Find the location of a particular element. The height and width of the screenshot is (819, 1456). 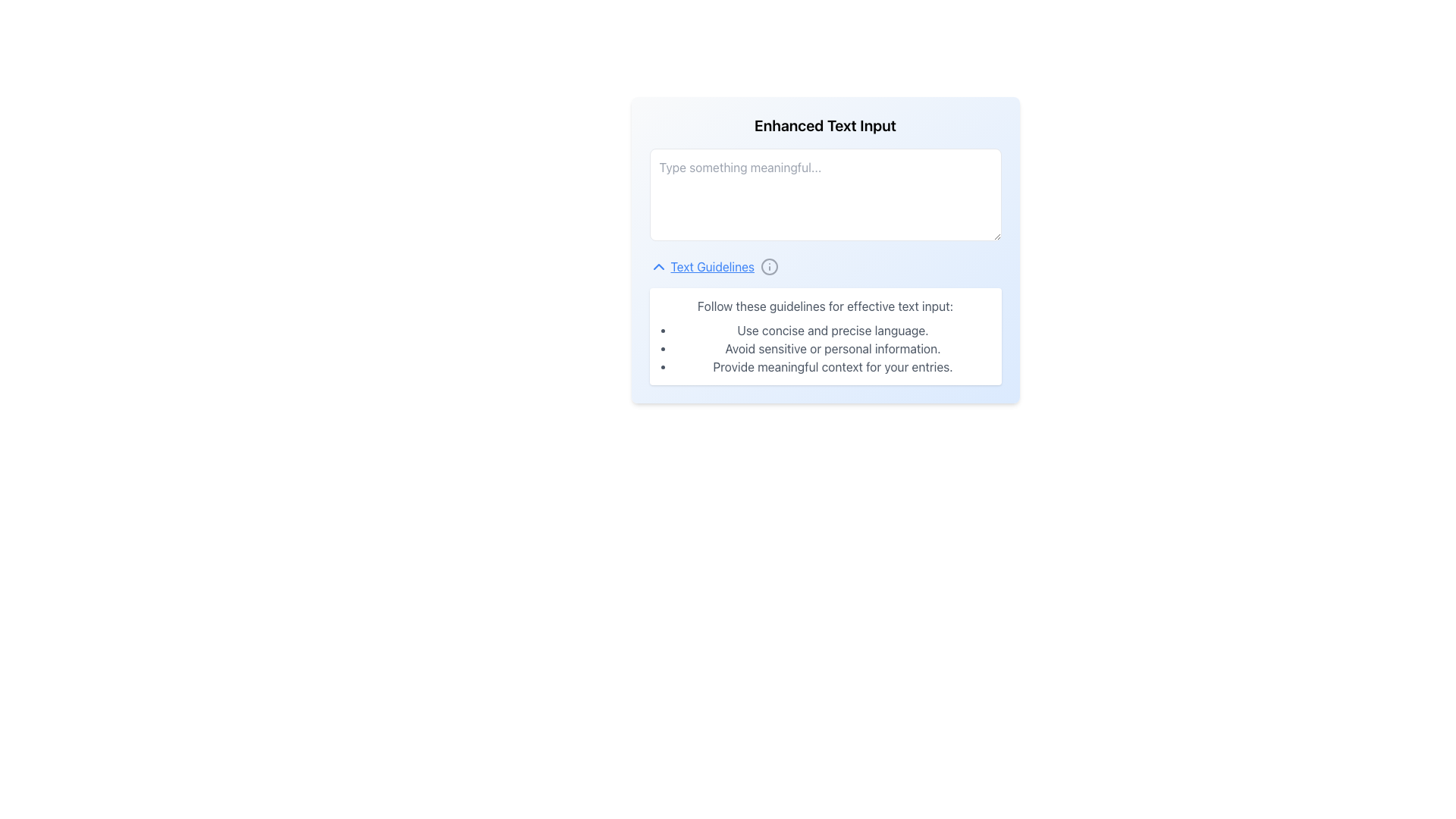

header text which displays 'Enhanced Text Input' prominently in bold at the top of the section is located at coordinates (824, 124).